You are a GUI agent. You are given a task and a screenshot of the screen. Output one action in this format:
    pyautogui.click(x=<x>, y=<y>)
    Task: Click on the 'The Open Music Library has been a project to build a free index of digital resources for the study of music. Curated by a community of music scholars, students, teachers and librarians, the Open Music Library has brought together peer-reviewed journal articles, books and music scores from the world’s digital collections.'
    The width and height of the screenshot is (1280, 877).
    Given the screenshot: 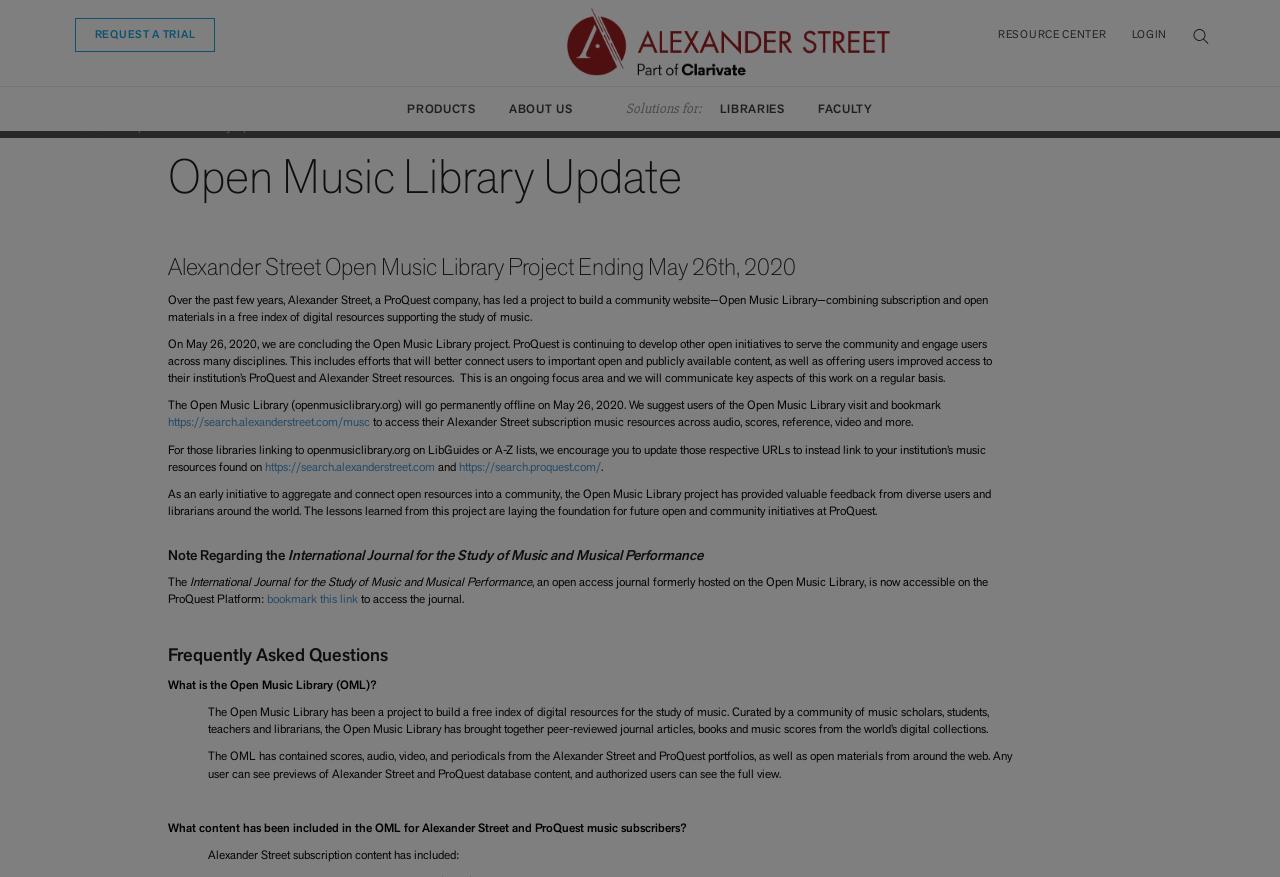 What is the action you would take?
    pyautogui.click(x=596, y=719)
    